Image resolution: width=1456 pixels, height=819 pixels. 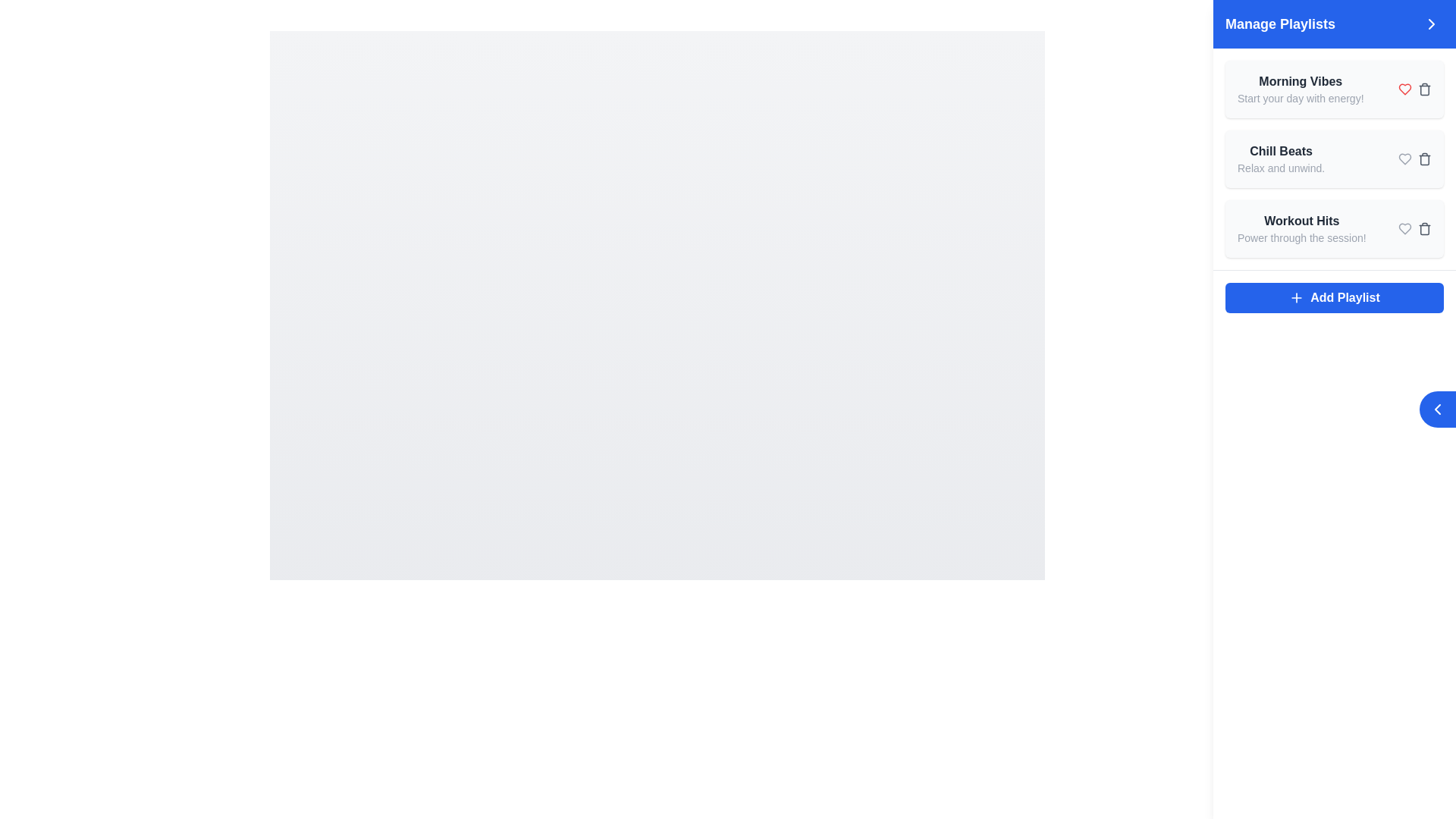 What do you see at coordinates (1423, 158) in the screenshot?
I see `the Interactive icon button located at the far right of the playlist controls` at bounding box center [1423, 158].